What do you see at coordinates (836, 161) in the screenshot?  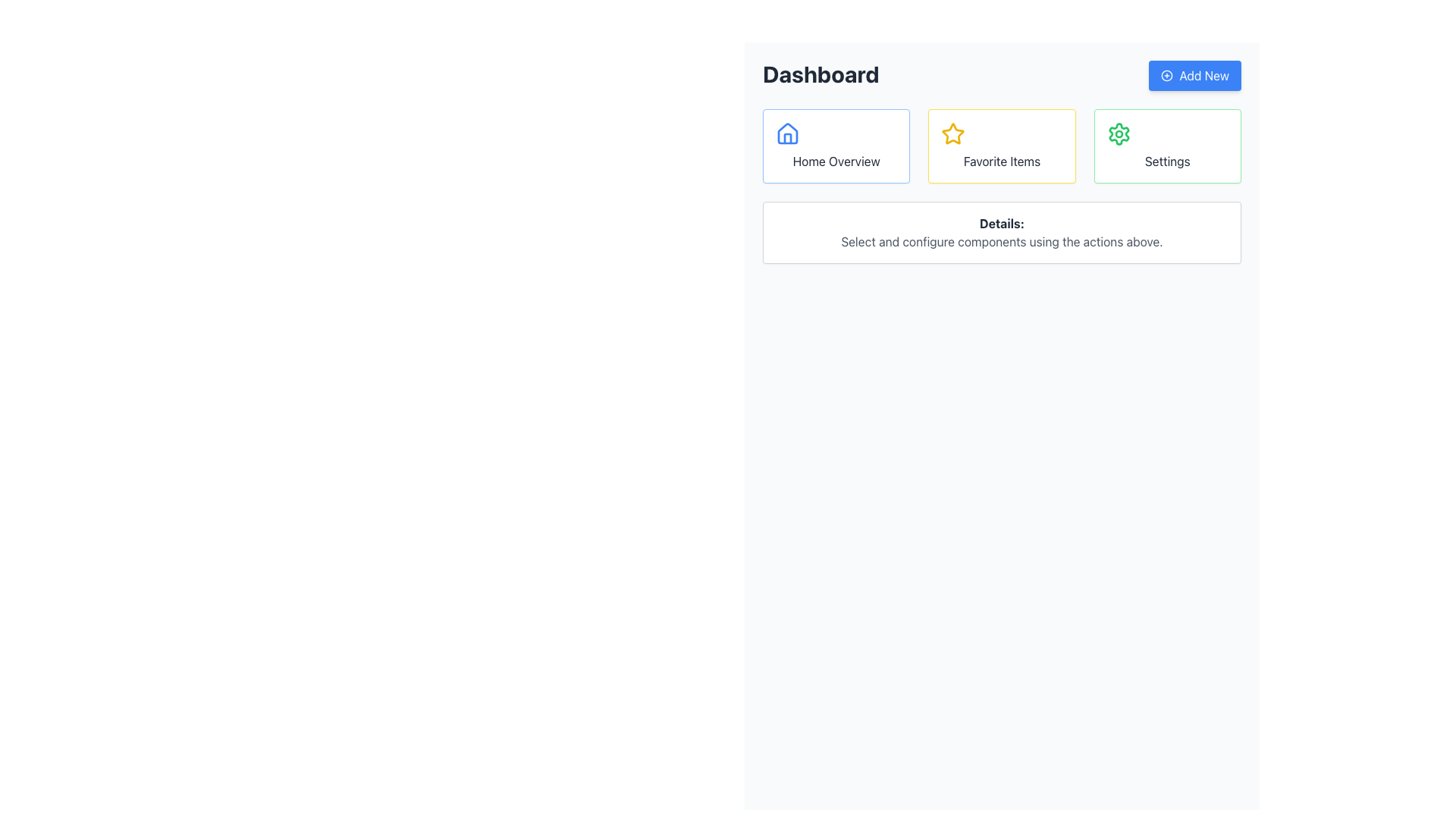 I see `the descriptive text label located at the bottom of the leftmost card in the horizontal list under the 'Dashboard' heading` at bounding box center [836, 161].